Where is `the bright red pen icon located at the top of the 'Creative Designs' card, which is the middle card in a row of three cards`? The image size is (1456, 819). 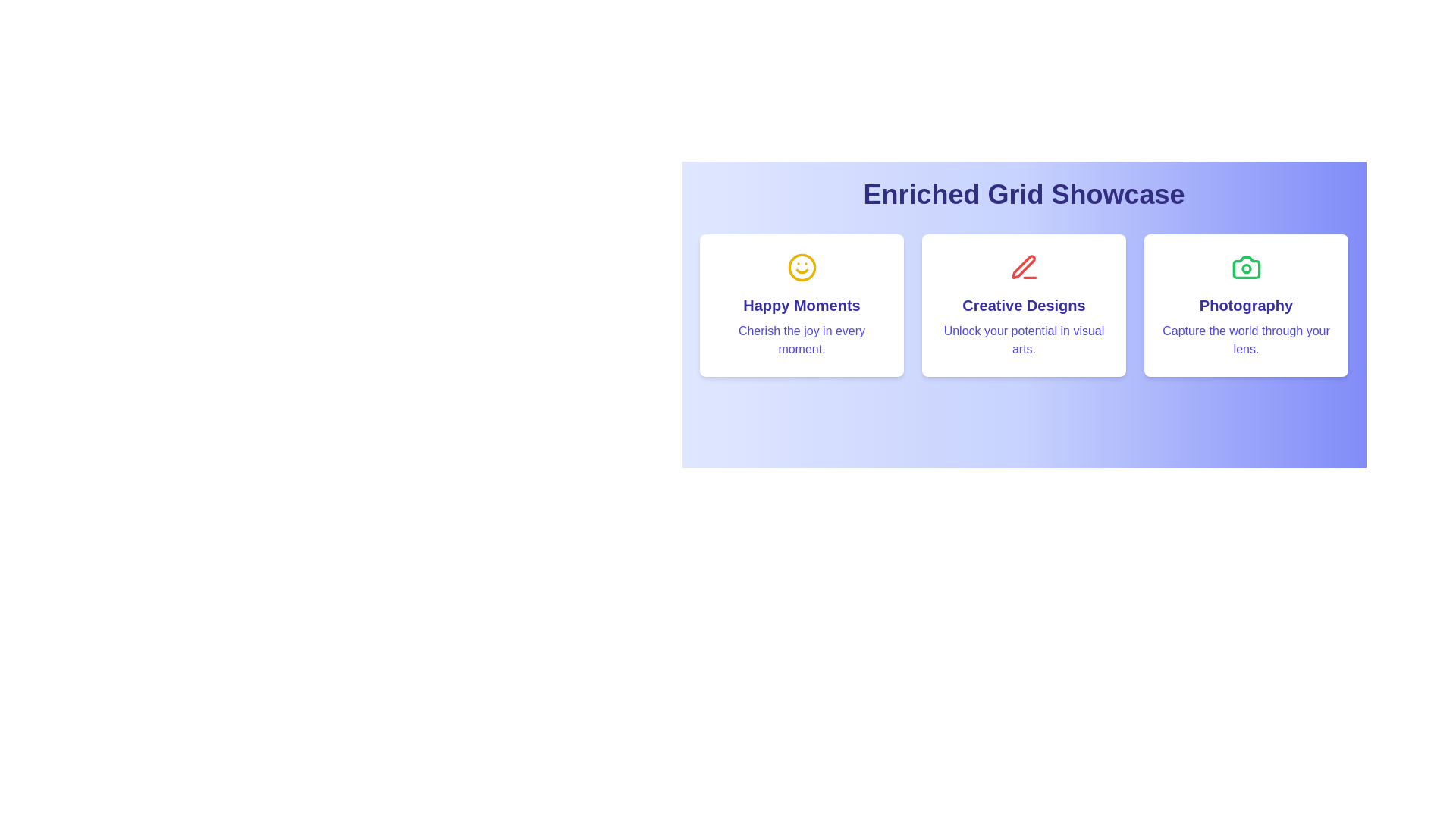
the bright red pen icon located at the top of the 'Creative Designs' card, which is the middle card in a row of three cards is located at coordinates (1024, 267).